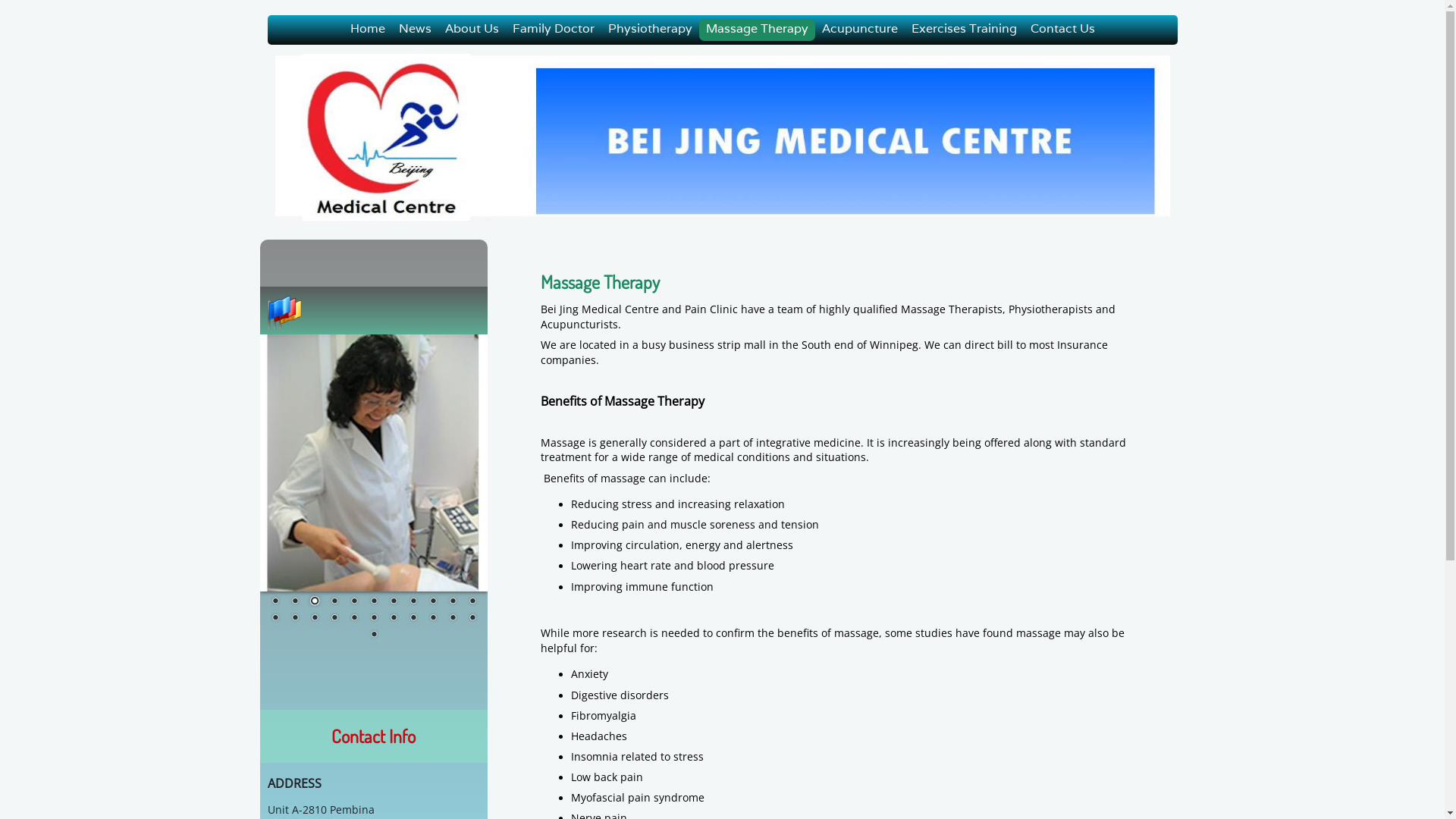  I want to click on '6', so click(374, 601).